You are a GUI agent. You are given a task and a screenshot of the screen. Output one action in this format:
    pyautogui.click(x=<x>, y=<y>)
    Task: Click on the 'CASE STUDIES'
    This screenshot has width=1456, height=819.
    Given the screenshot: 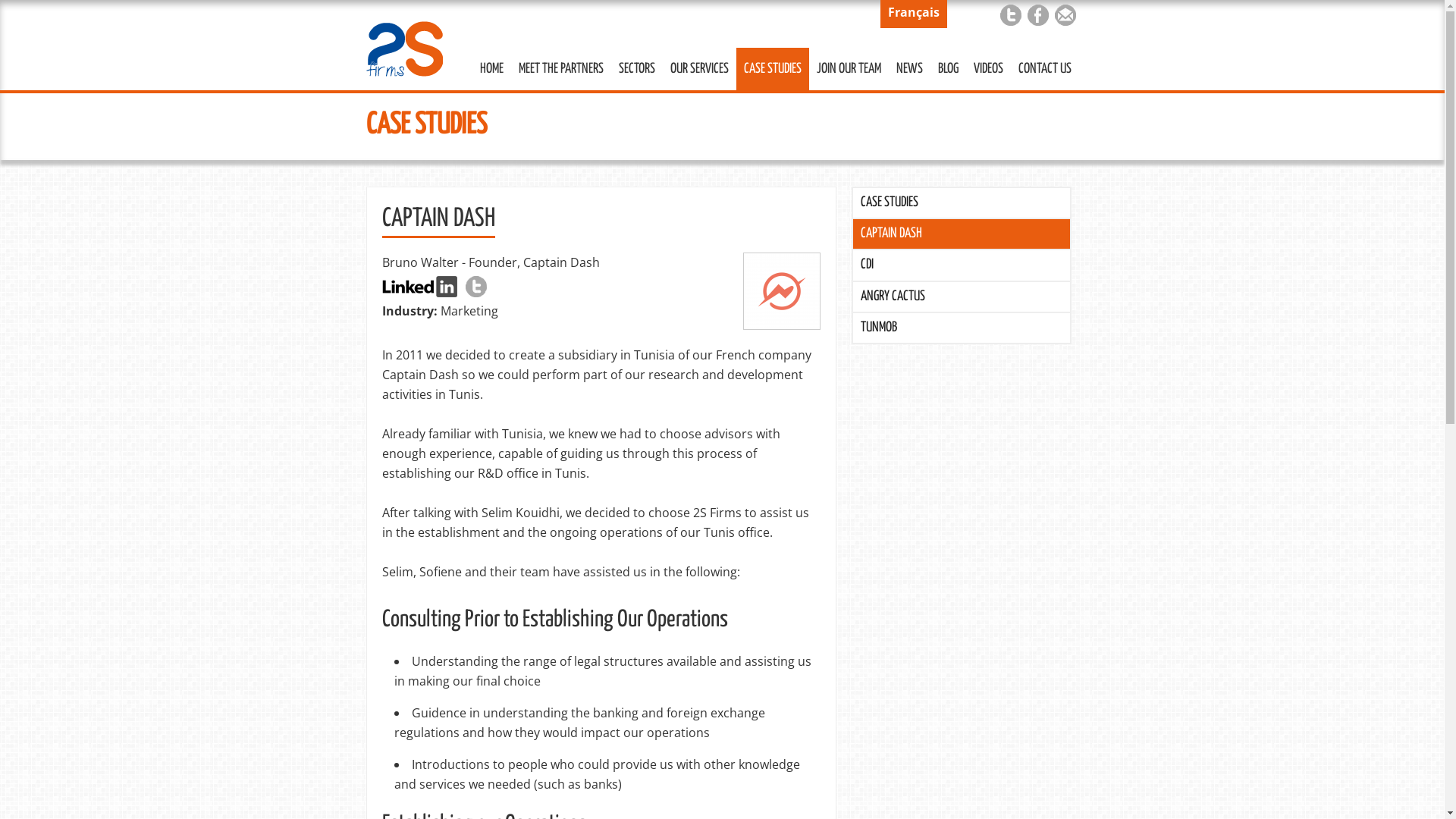 What is the action you would take?
    pyautogui.click(x=960, y=202)
    